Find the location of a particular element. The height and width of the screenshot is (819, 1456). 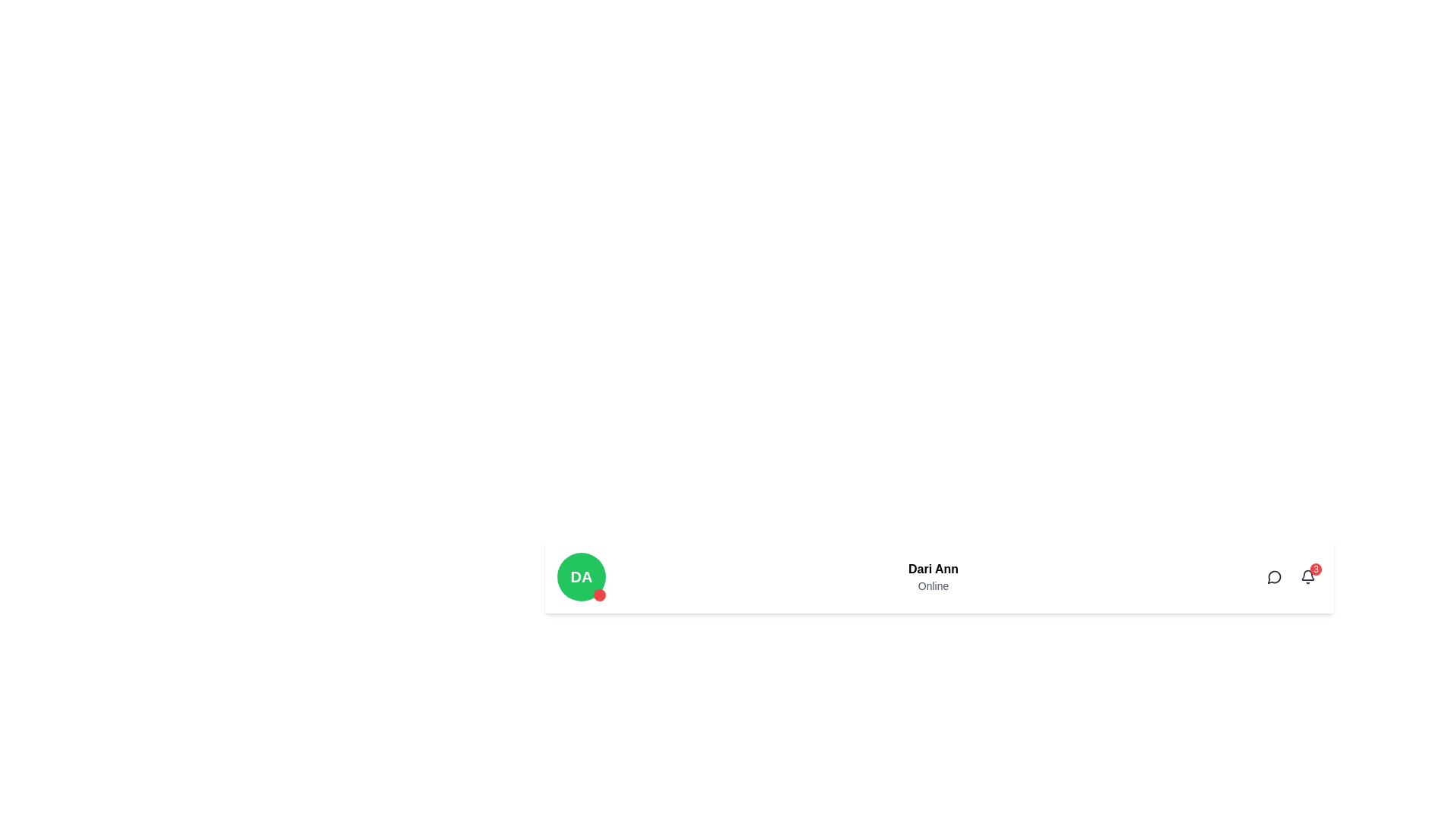

the red circular notification badge with the white number '3' at the top-right corner of the navigation bar is located at coordinates (1315, 570).